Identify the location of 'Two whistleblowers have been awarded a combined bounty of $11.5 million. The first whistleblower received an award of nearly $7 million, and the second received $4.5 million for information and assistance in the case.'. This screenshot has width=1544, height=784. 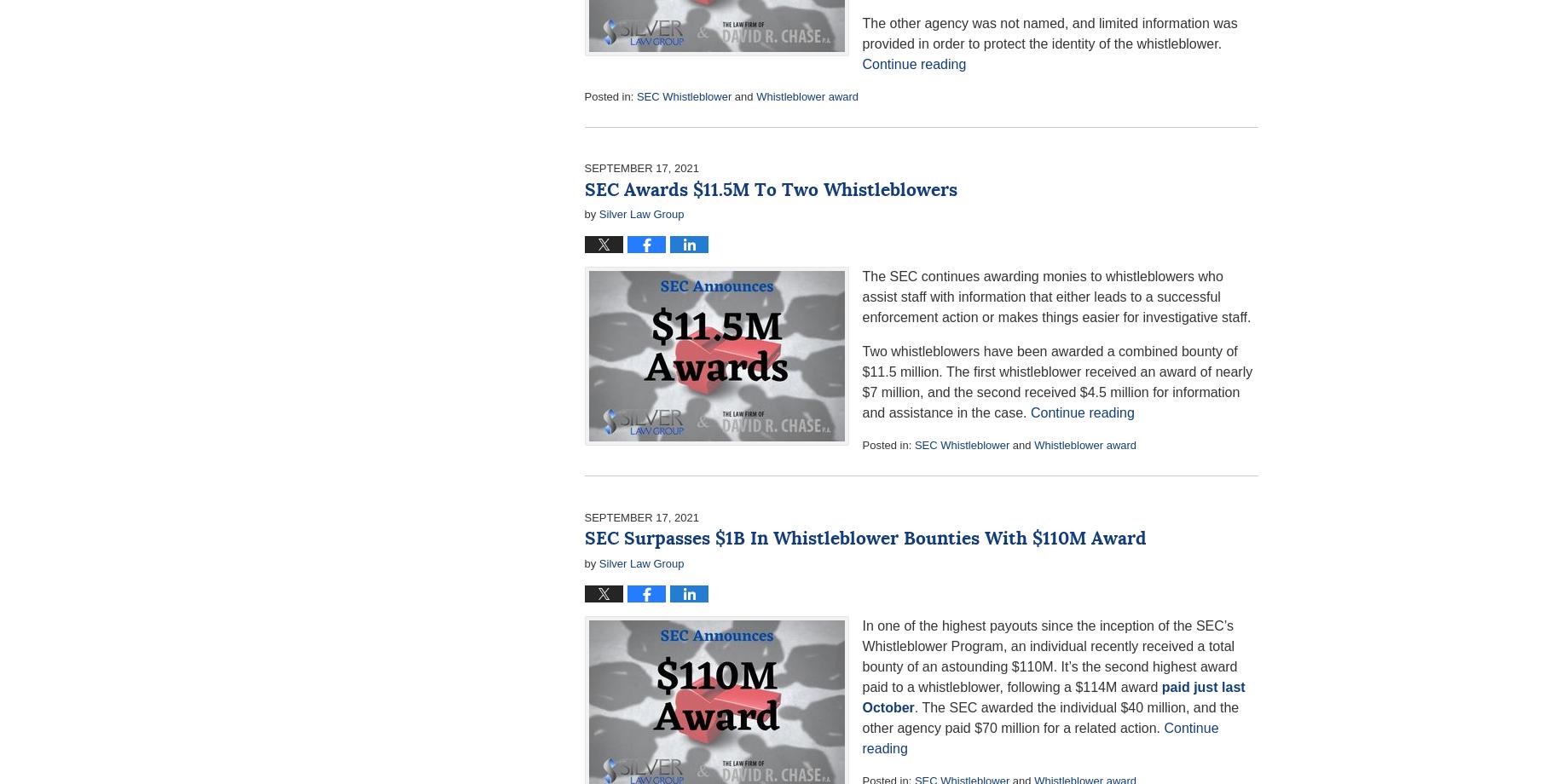
(1056, 381).